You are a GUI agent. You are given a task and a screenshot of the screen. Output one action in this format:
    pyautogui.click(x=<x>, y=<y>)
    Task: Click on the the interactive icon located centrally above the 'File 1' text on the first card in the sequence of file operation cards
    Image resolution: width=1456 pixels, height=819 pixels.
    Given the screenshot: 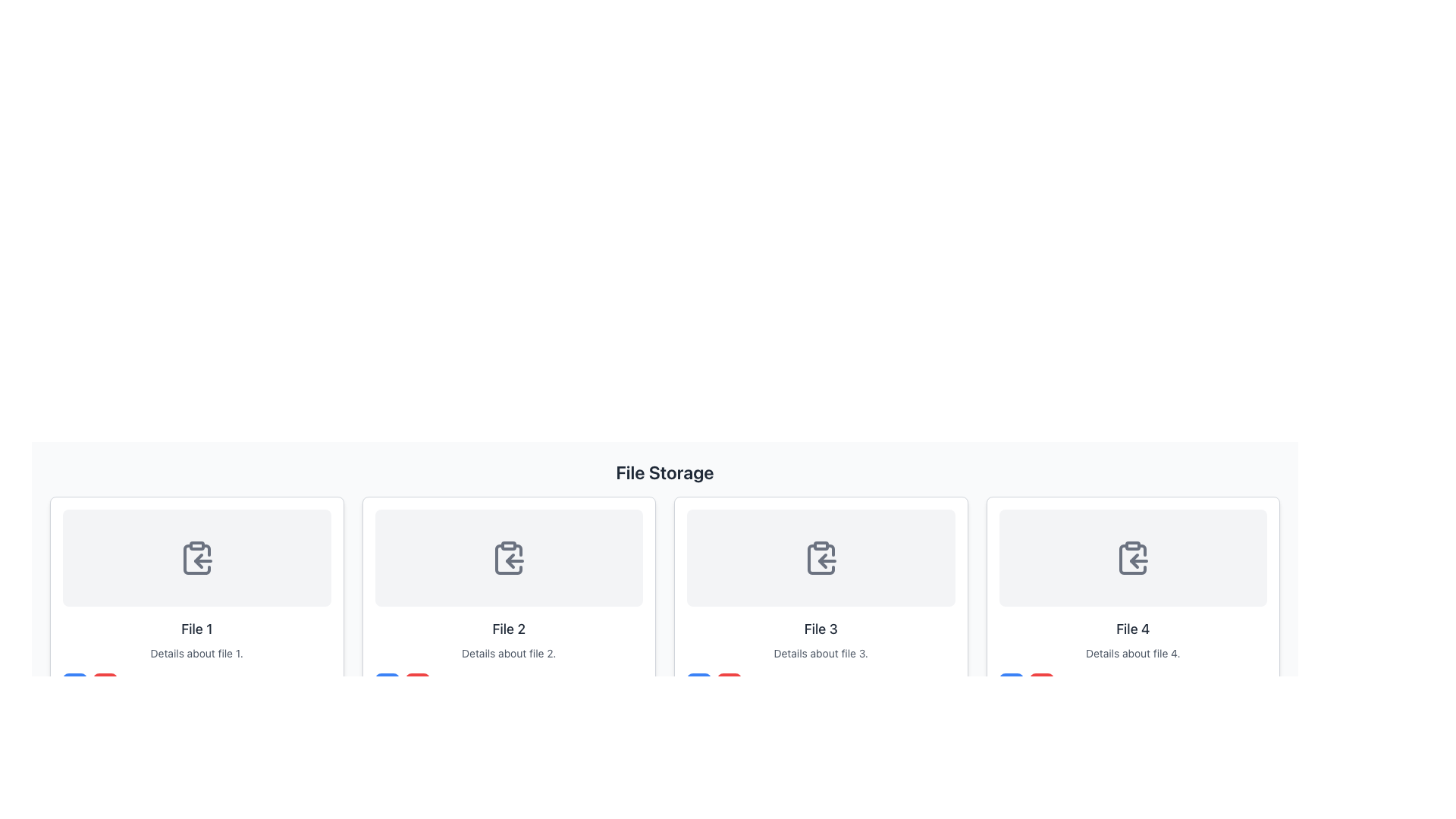 What is the action you would take?
    pyautogui.click(x=196, y=558)
    